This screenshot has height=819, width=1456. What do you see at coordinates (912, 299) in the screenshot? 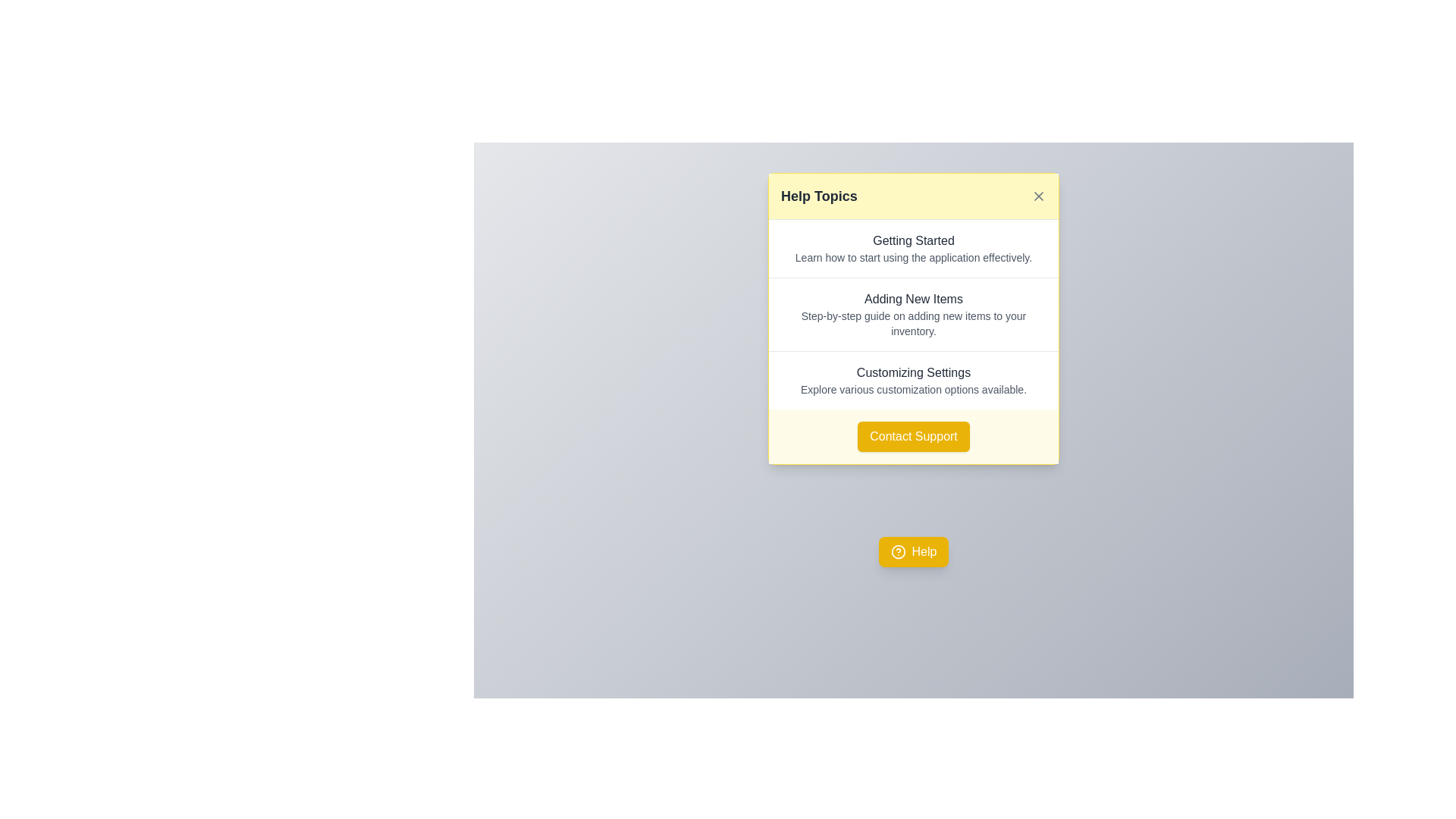
I see `the text label 'Adding New Items' in the modal window titled 'Help Topics', which is located in the center column and is styled with a medium-sized bold dark gray font against a light background` at bounding box center [912, 299].